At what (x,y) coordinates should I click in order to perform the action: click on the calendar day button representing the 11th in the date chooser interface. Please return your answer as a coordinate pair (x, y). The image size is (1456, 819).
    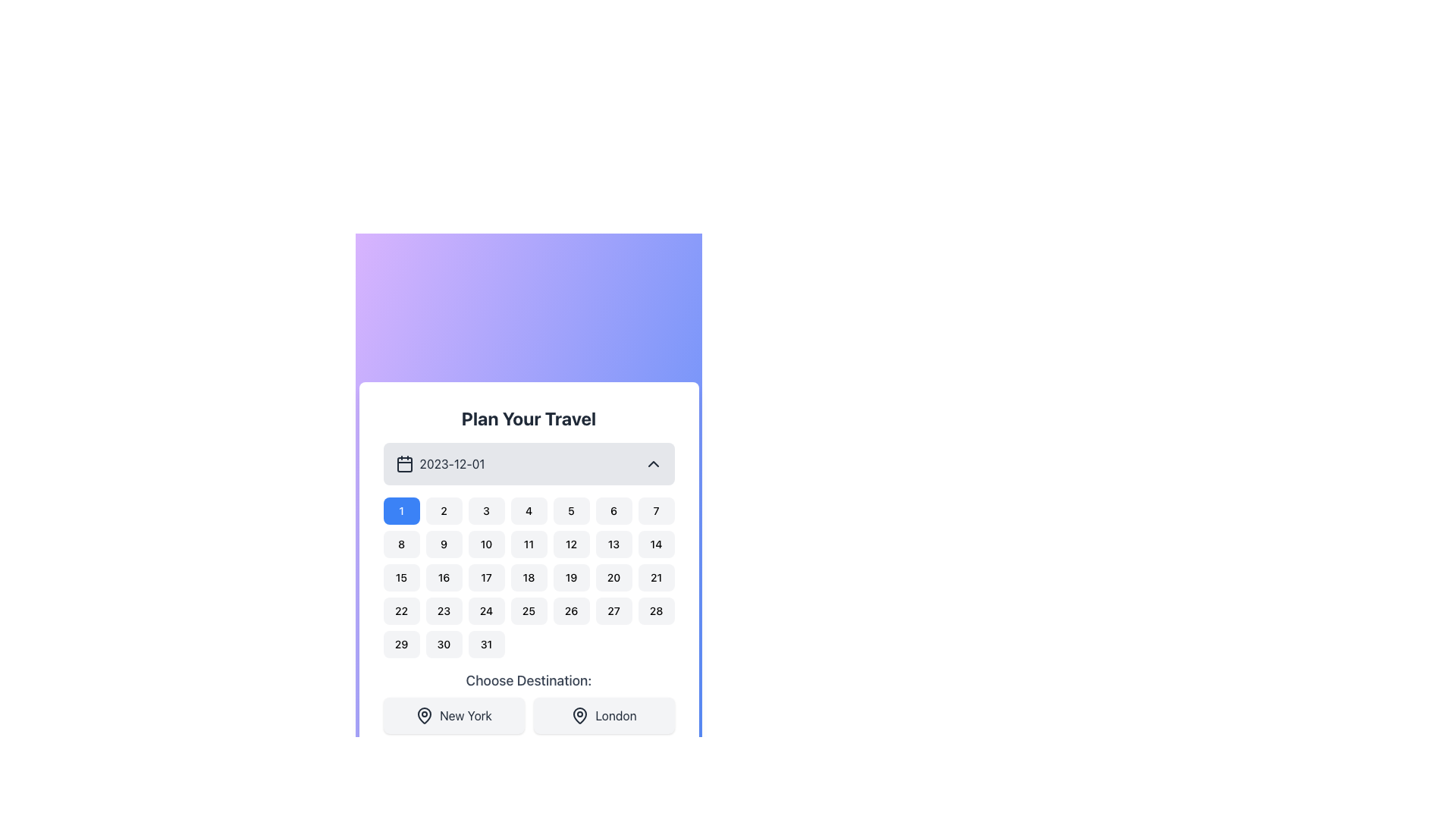
    Looking at the image, I should click on (529, 543).